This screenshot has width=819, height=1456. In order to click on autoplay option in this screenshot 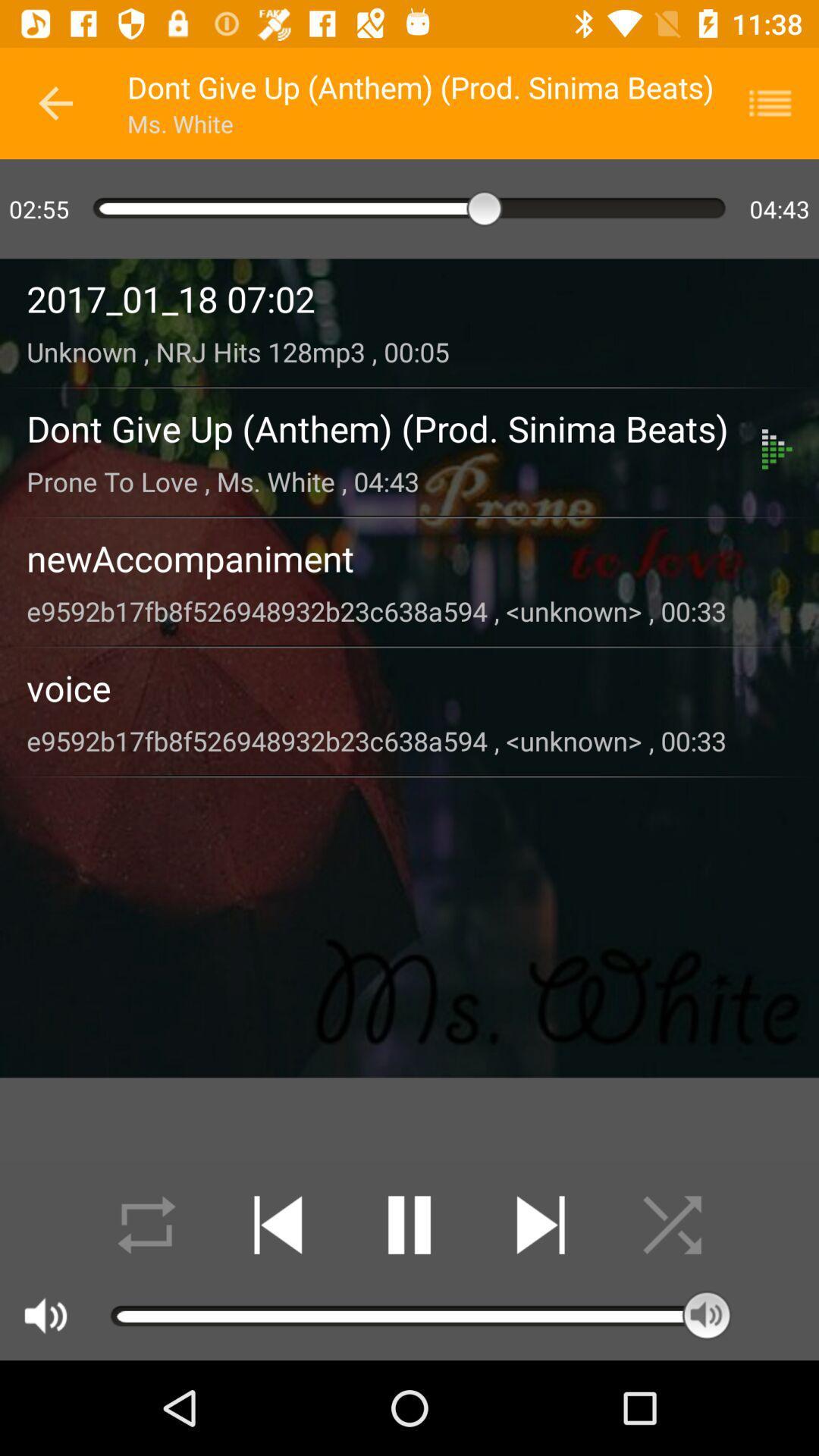, I will do `click(146, 1225)`.